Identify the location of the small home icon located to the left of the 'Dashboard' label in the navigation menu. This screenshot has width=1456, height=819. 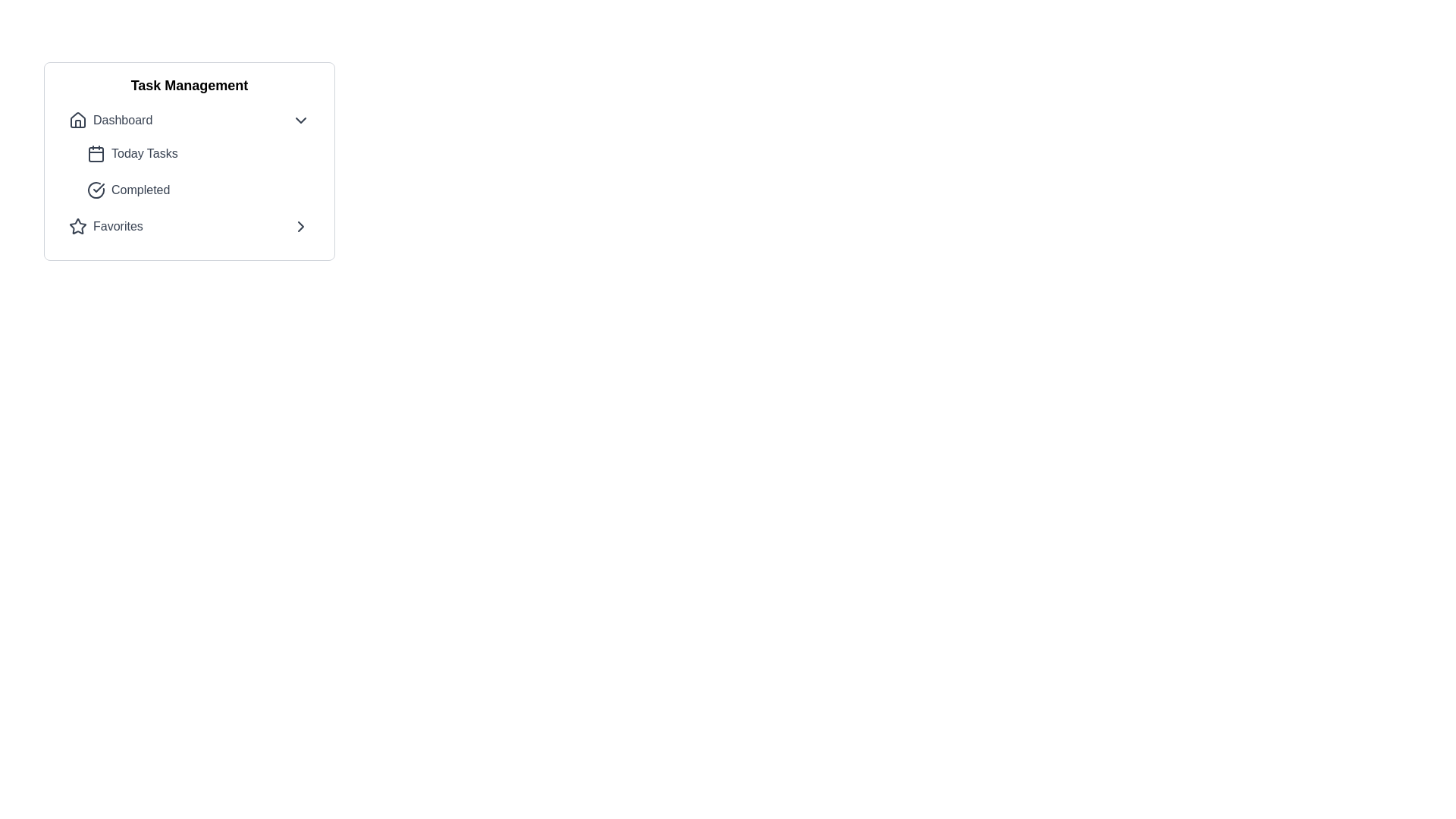
(77, 119).